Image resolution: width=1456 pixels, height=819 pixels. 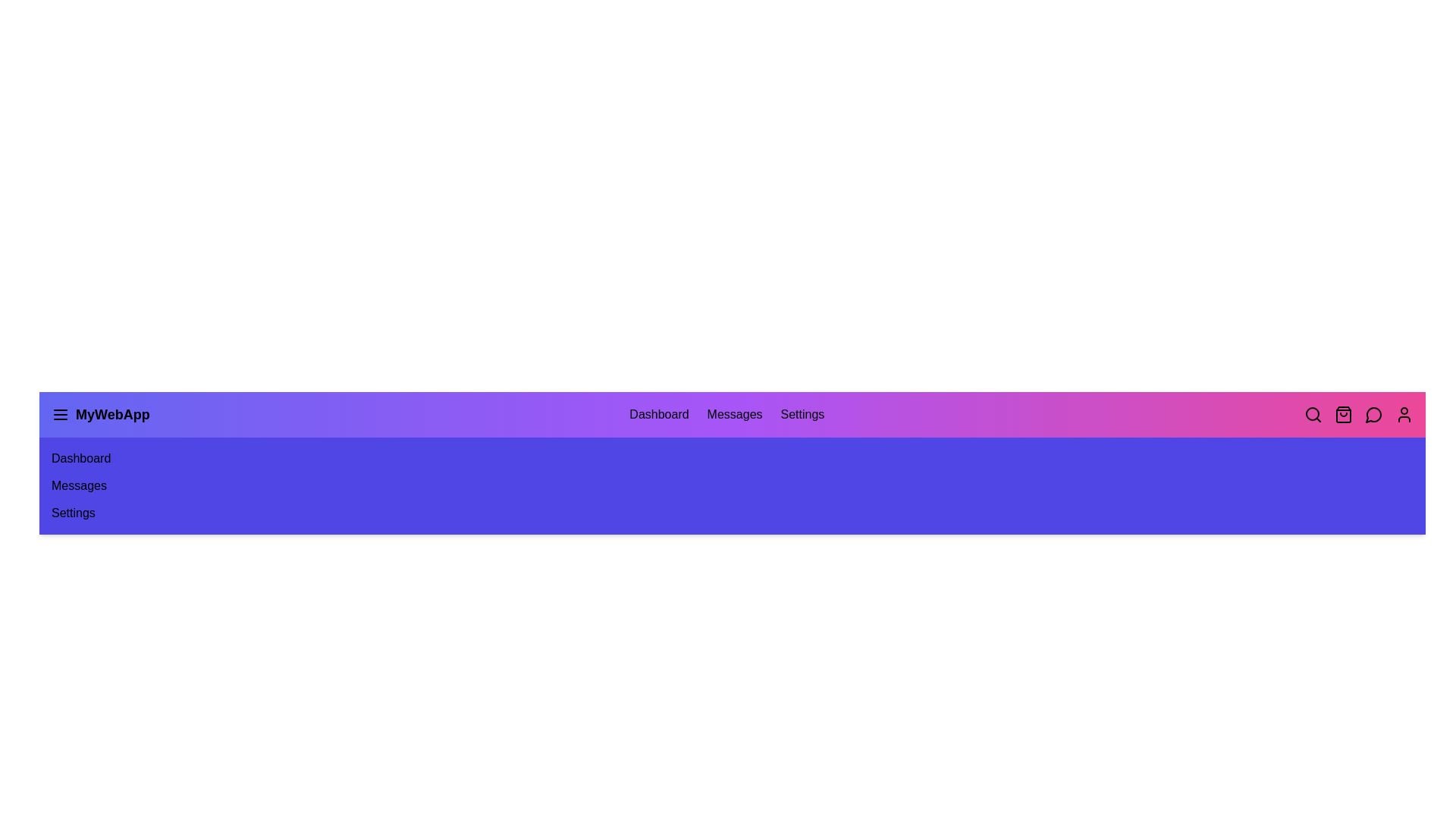 I want to click on the message_circle icon in the EnhancedAppBar, so click(x=1373, y=415).